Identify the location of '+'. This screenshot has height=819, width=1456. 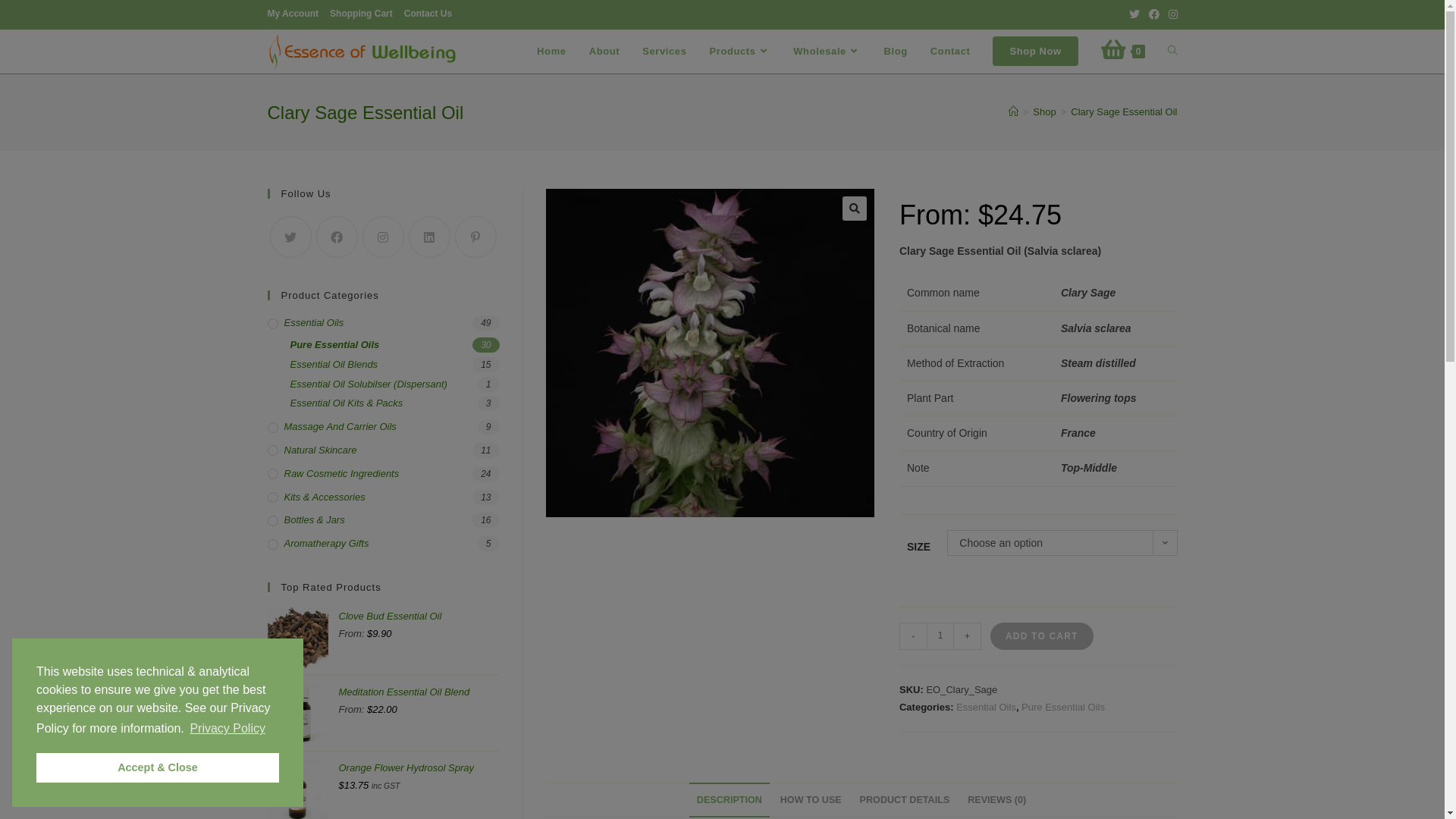
(967, 636).